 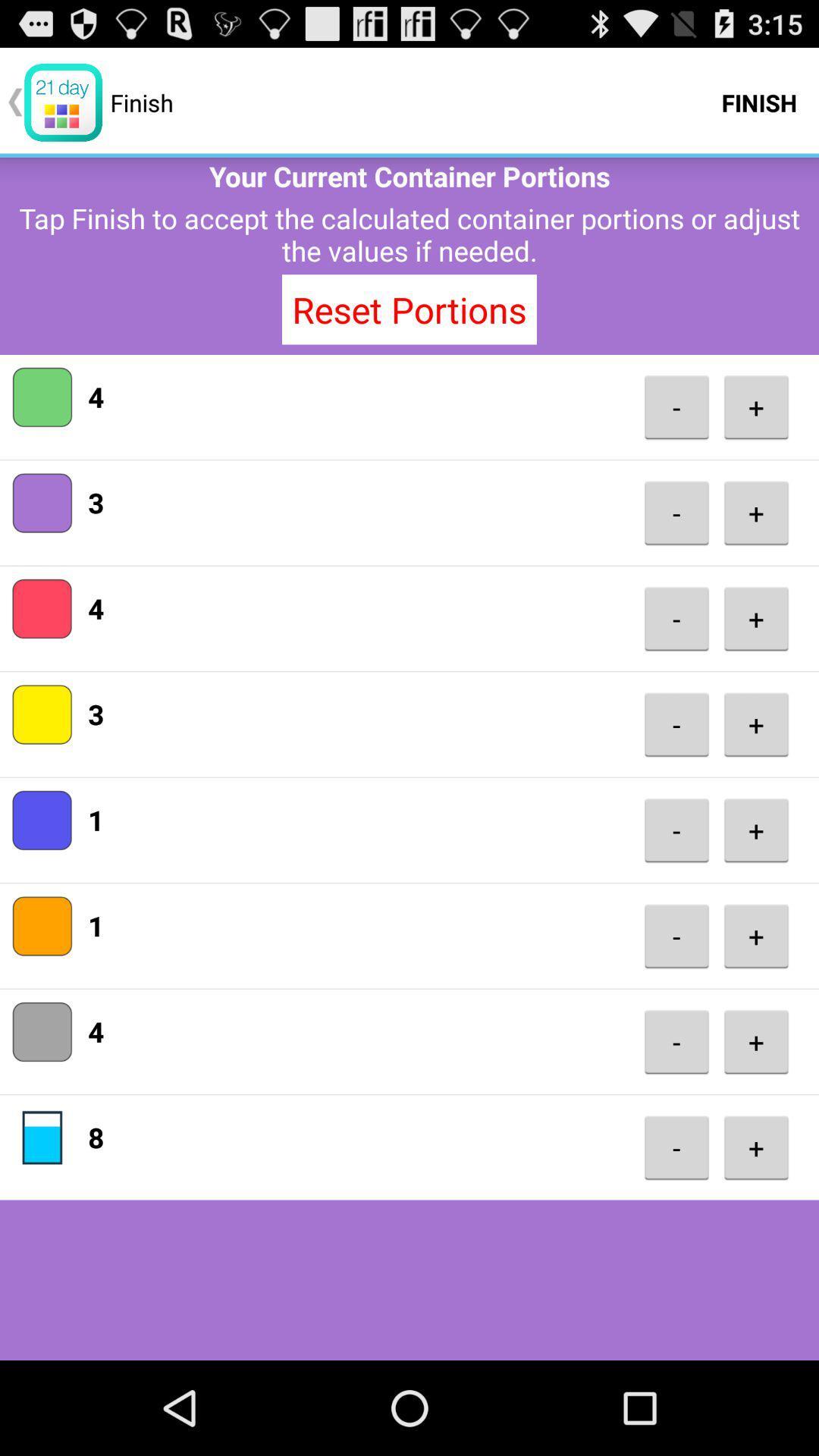 What do you see at coordinates (676, 619) in the screenshot?
I see `the icon next to the 4 app` at bounding box center [676, 619].